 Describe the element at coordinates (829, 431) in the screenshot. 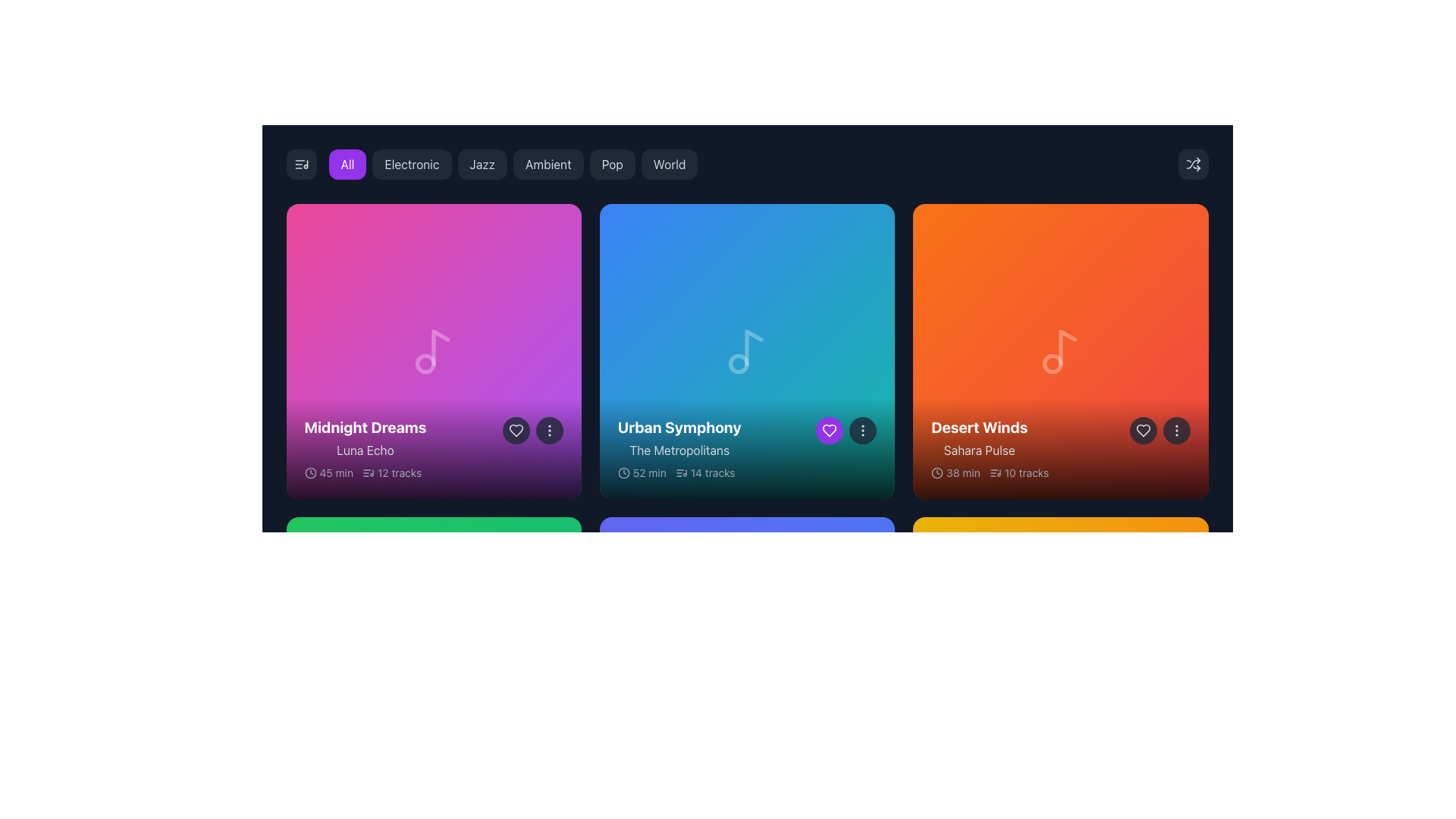

I see `the heart icon button located at the bottom-right corner of the 'Urban Symphony' card to mark it as a favorite` at that location.